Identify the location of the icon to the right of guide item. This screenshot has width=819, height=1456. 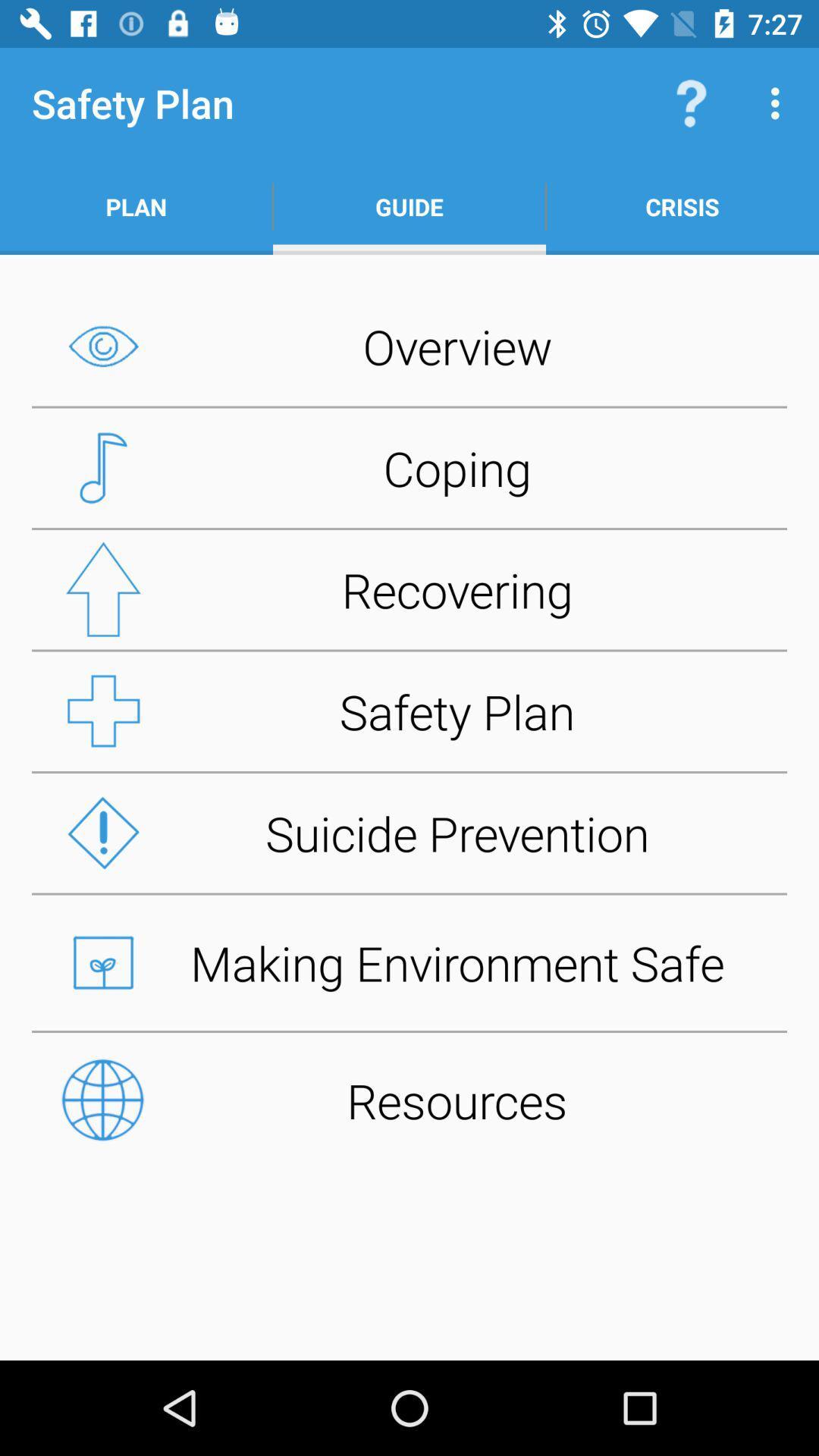
(681, 206).